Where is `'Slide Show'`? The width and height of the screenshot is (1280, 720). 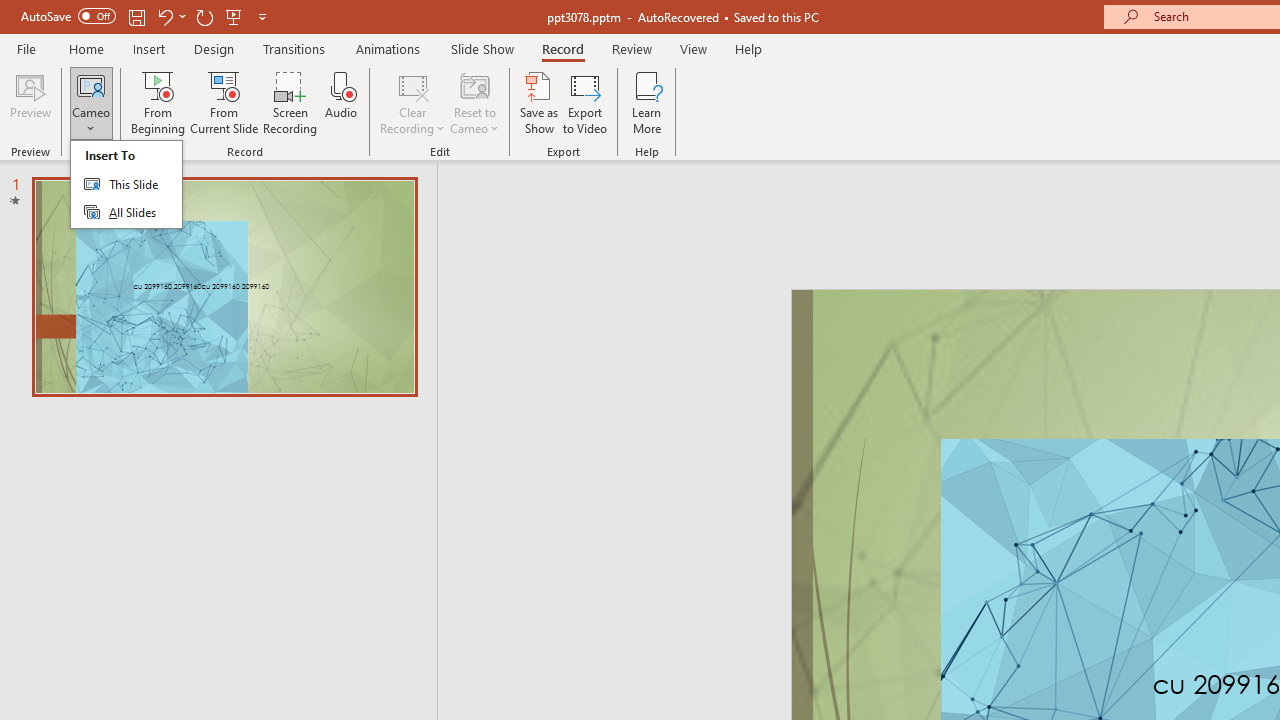
'Slide Show' is located at coordinates (481, 48).